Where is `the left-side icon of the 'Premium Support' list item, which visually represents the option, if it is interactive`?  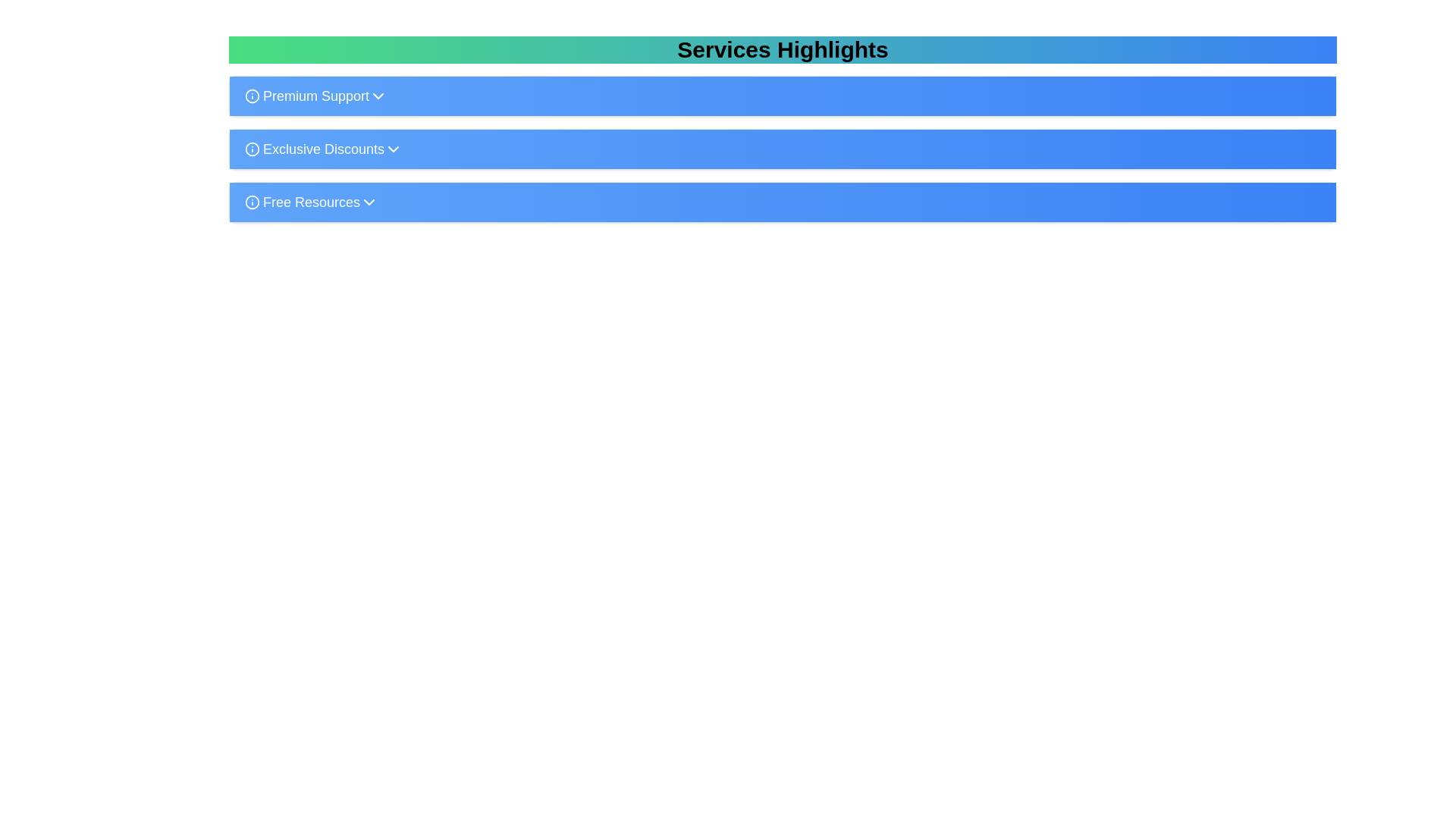 the left-side icon of the 'Premium Support' list item, which visually represents the option, if it is interactive is located at coordinates (252, 96).